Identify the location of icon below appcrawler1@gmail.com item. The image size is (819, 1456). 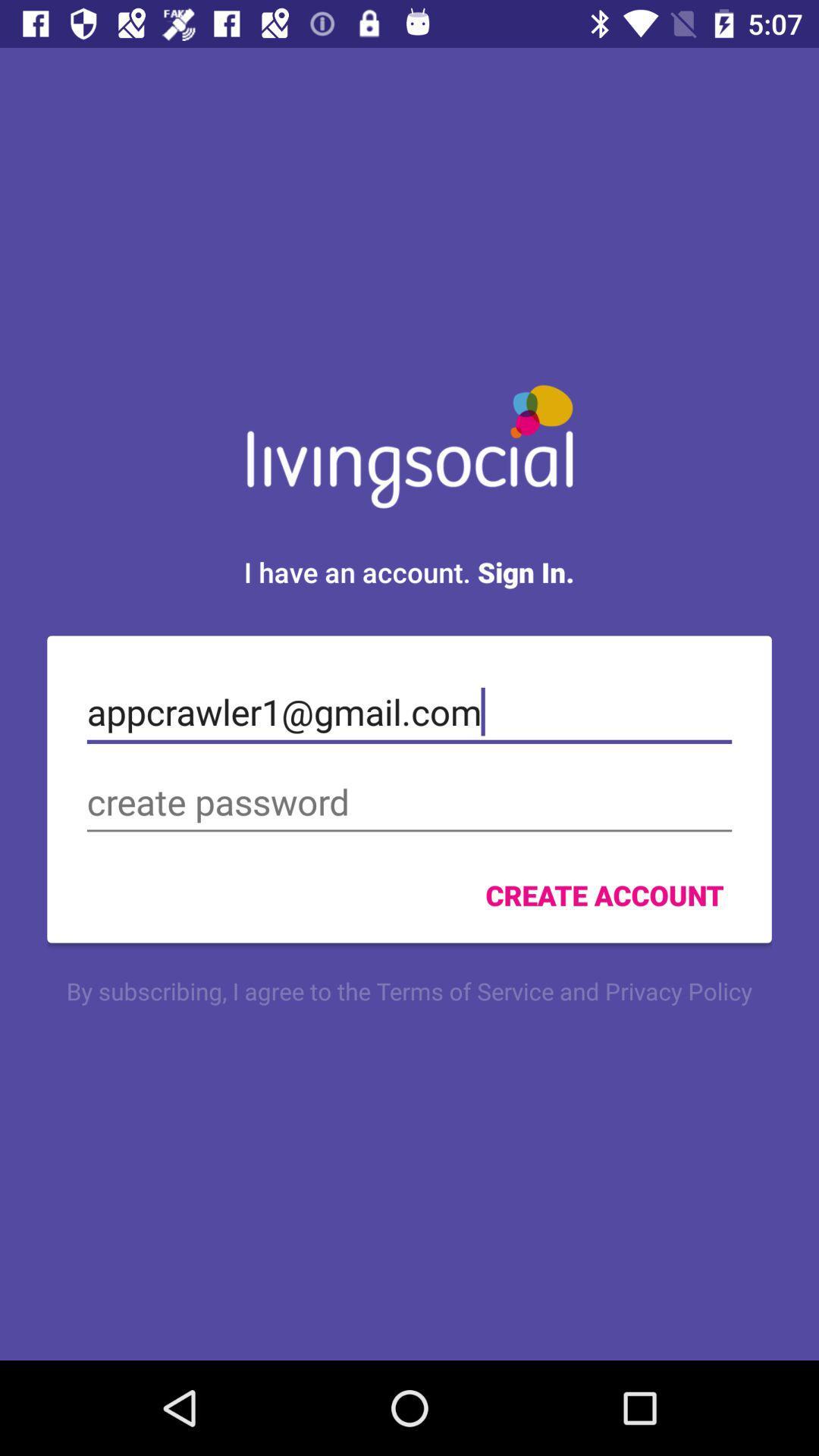
(409, 802).